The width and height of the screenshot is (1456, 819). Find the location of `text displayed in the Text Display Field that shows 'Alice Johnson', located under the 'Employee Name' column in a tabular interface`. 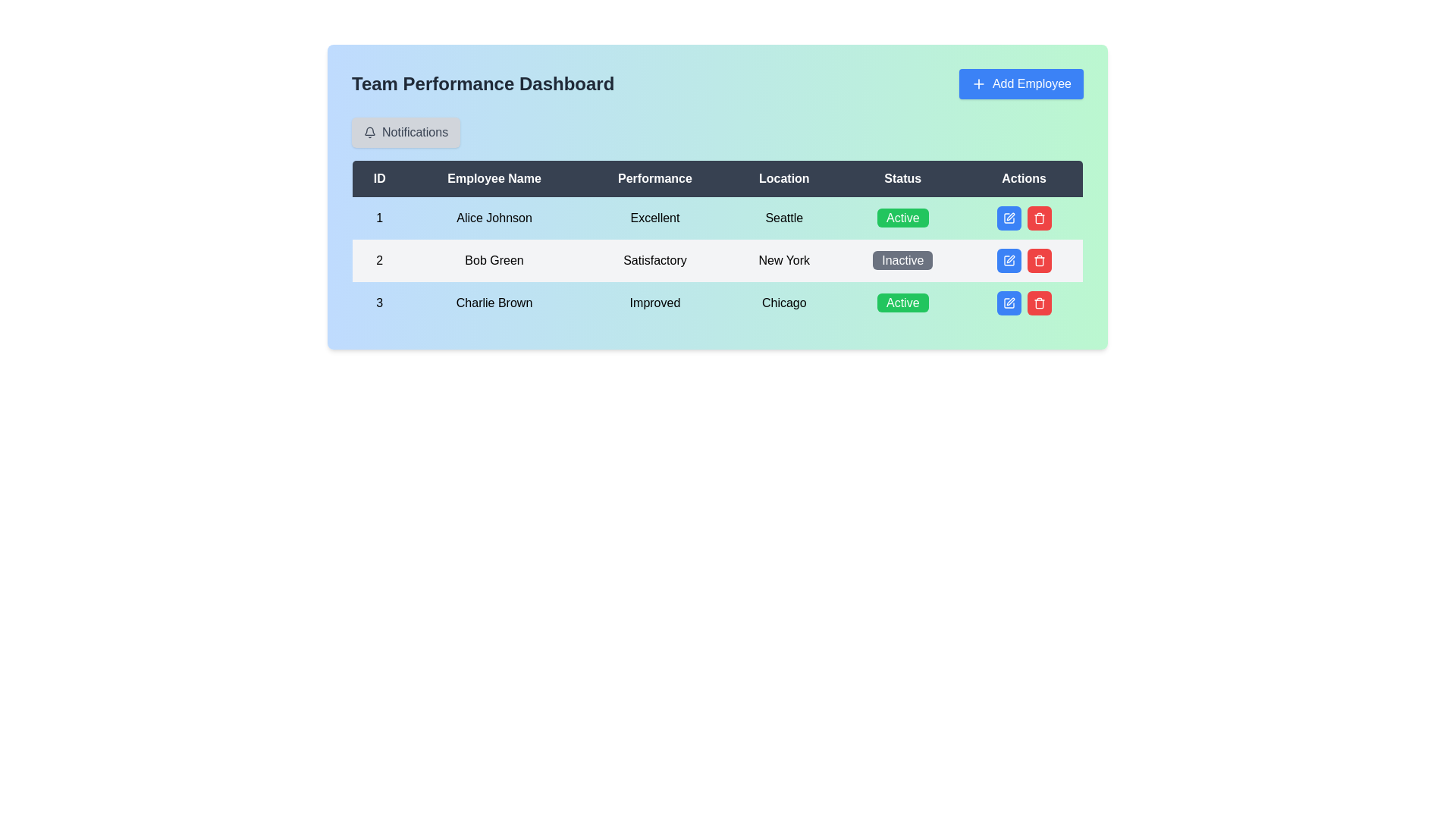

text displayed in the Text Display Field that shows 'Alice Johnson', located under the 'Employee Name' column in a tabular interface is located at coordinates (494, 218).